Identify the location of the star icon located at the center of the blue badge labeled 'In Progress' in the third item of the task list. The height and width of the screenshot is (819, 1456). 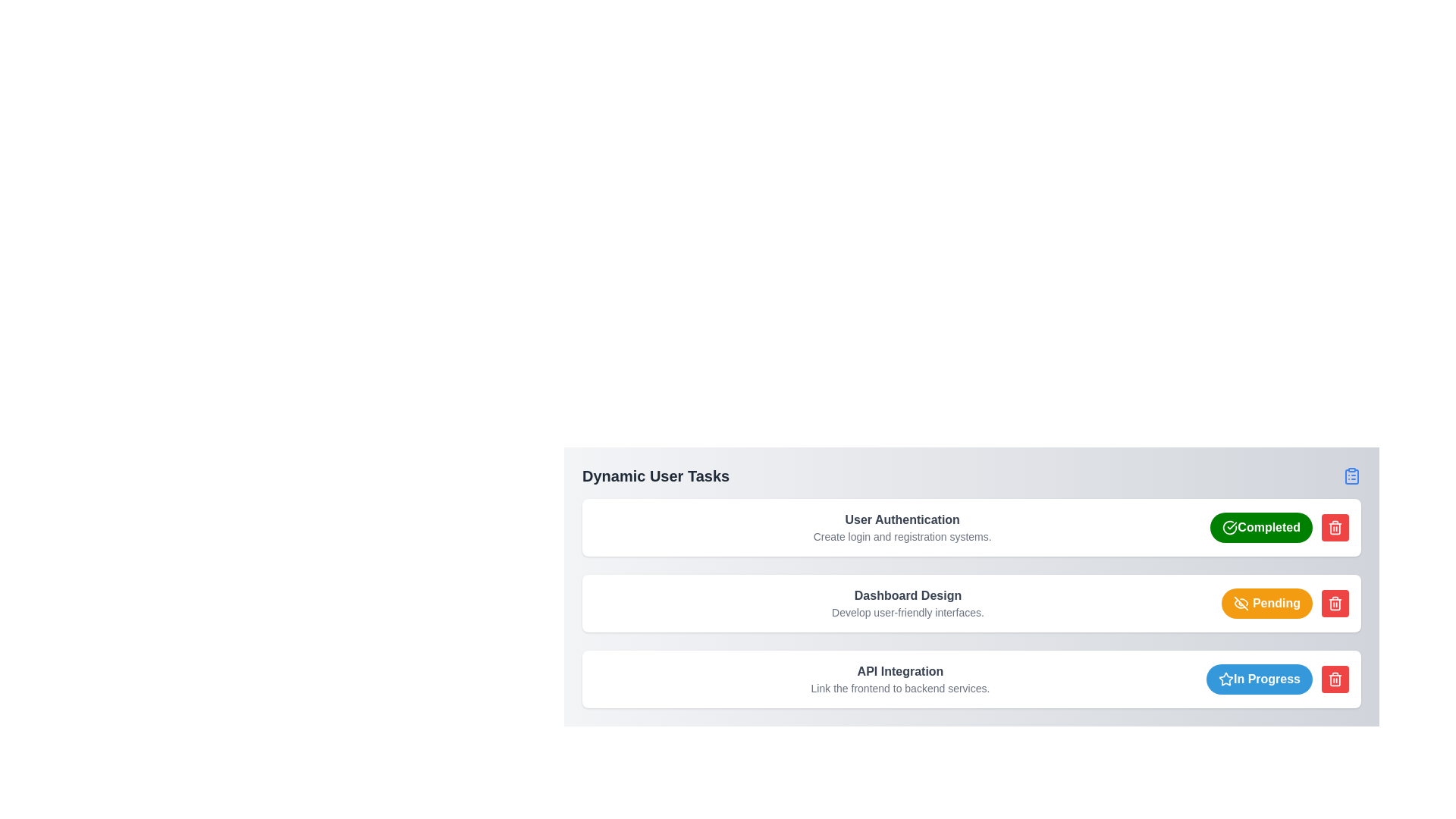
(1226, 678).